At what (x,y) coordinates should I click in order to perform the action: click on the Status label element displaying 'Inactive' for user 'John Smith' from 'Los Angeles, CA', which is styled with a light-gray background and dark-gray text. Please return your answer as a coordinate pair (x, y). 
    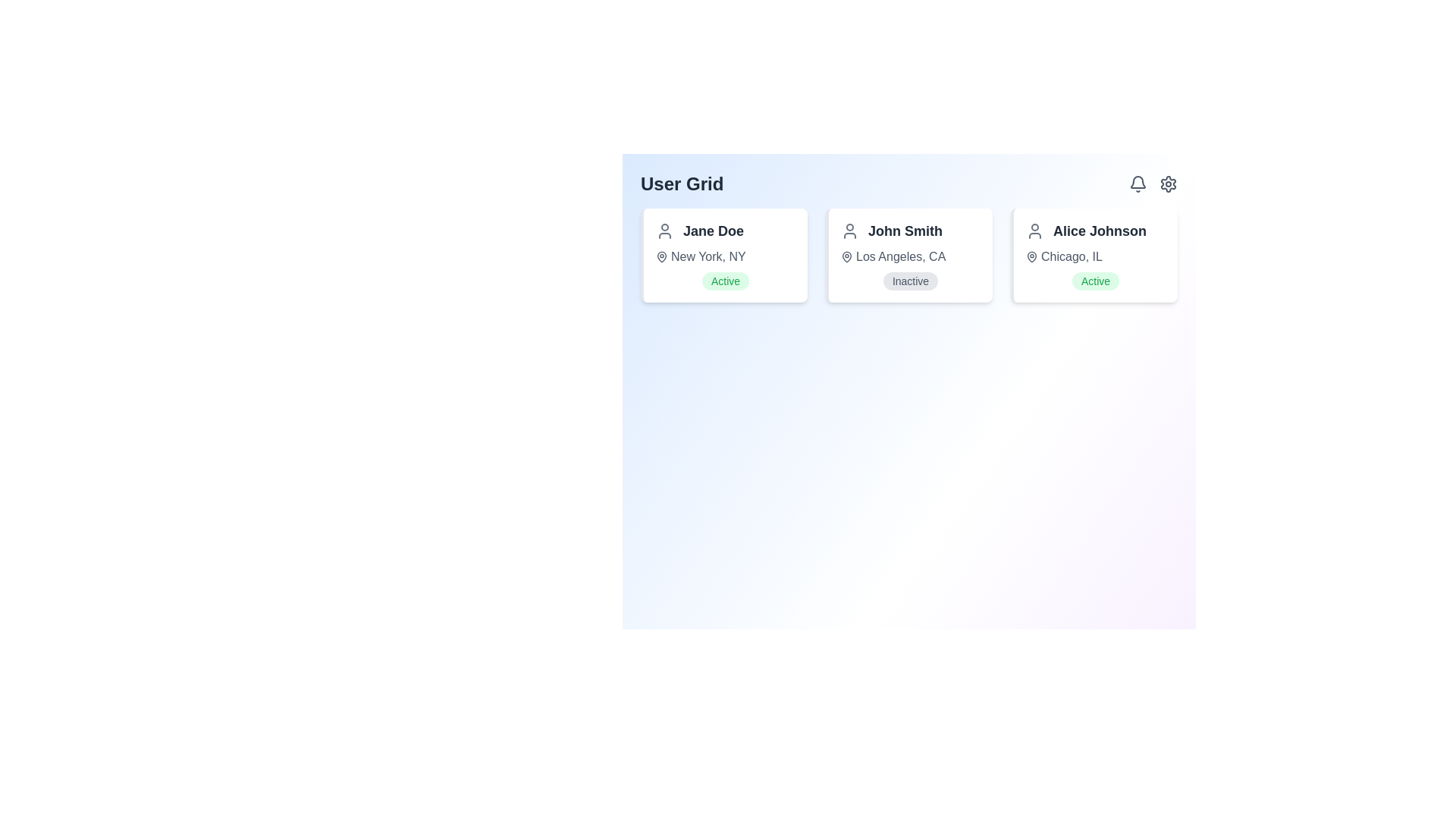
    Looking at the image, I should click on (910, 281).